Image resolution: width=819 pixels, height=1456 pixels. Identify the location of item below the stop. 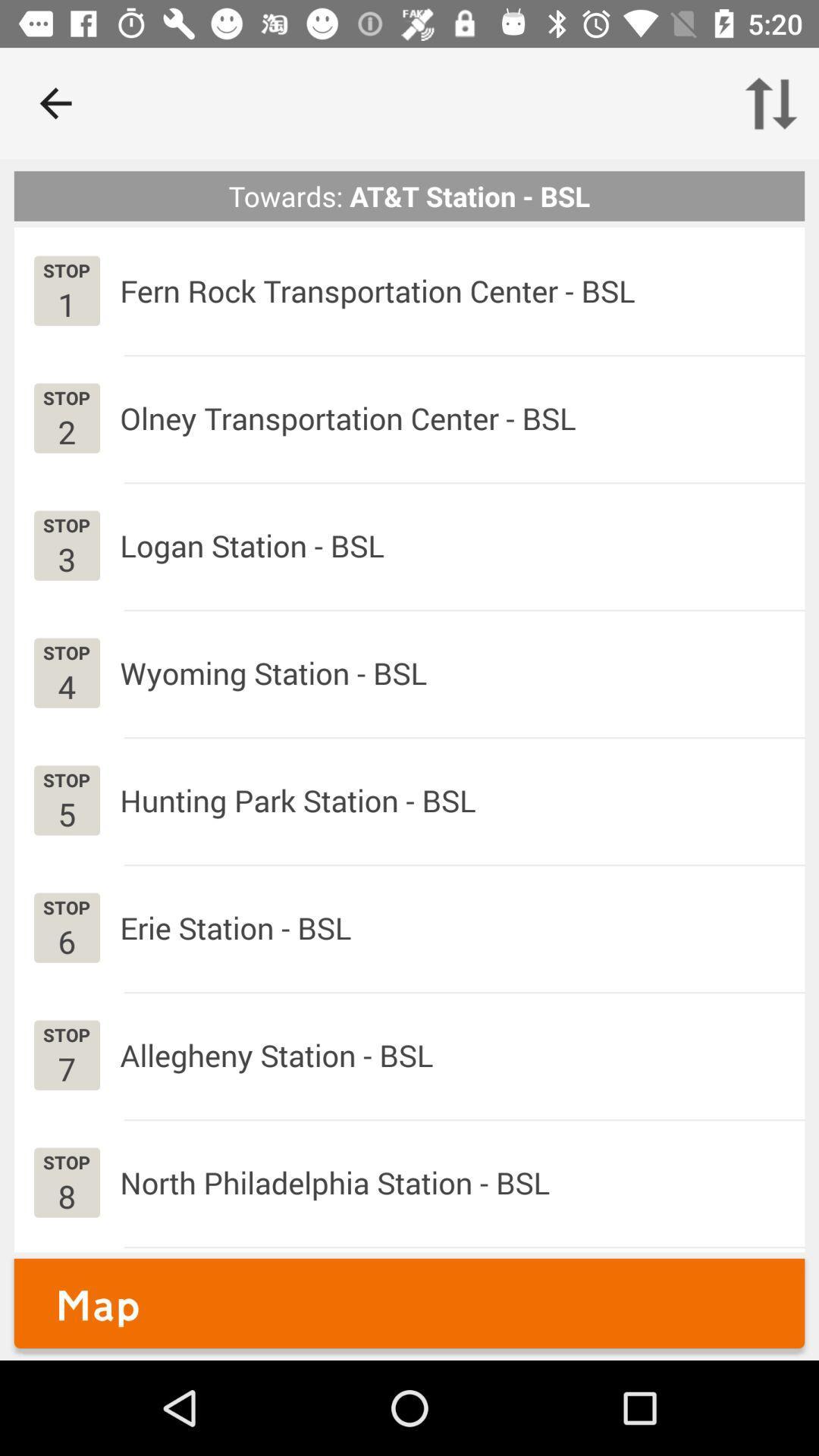
(66, 303).